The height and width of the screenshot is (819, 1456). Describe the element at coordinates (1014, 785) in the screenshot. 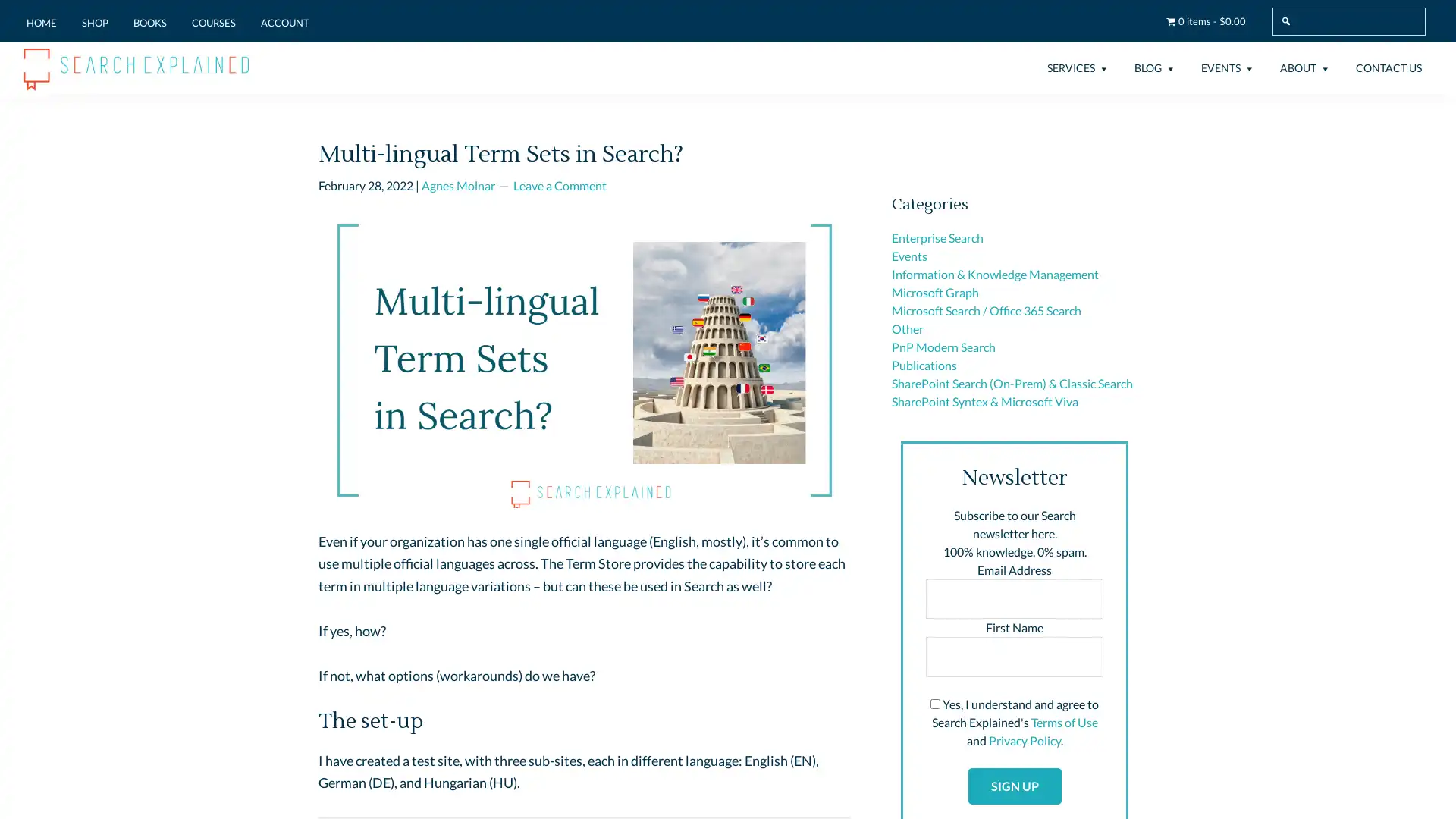

I see `Sign Up` at that location.